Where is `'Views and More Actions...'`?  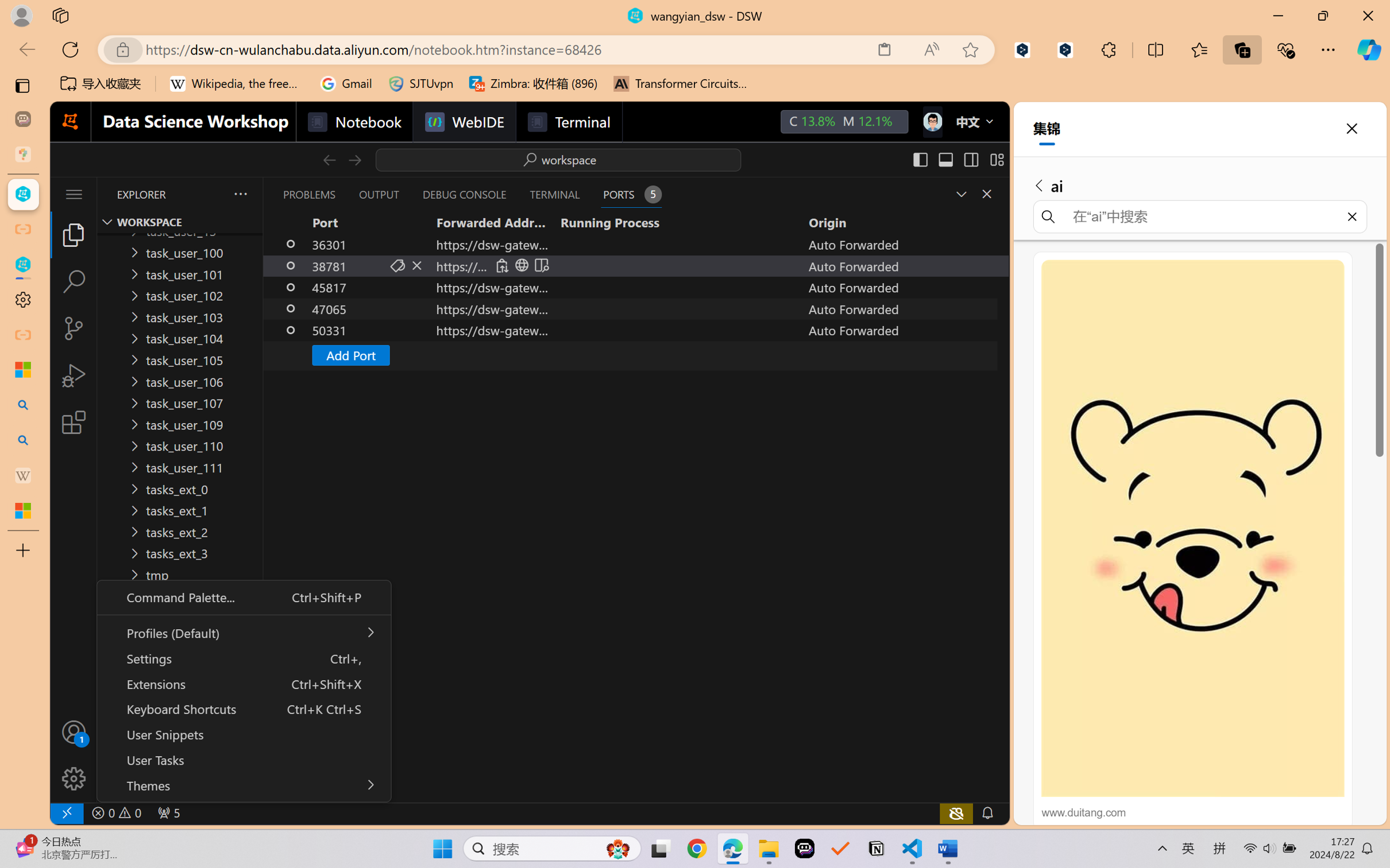 'Views and More Actions...' is located at coordinates (239, 193).